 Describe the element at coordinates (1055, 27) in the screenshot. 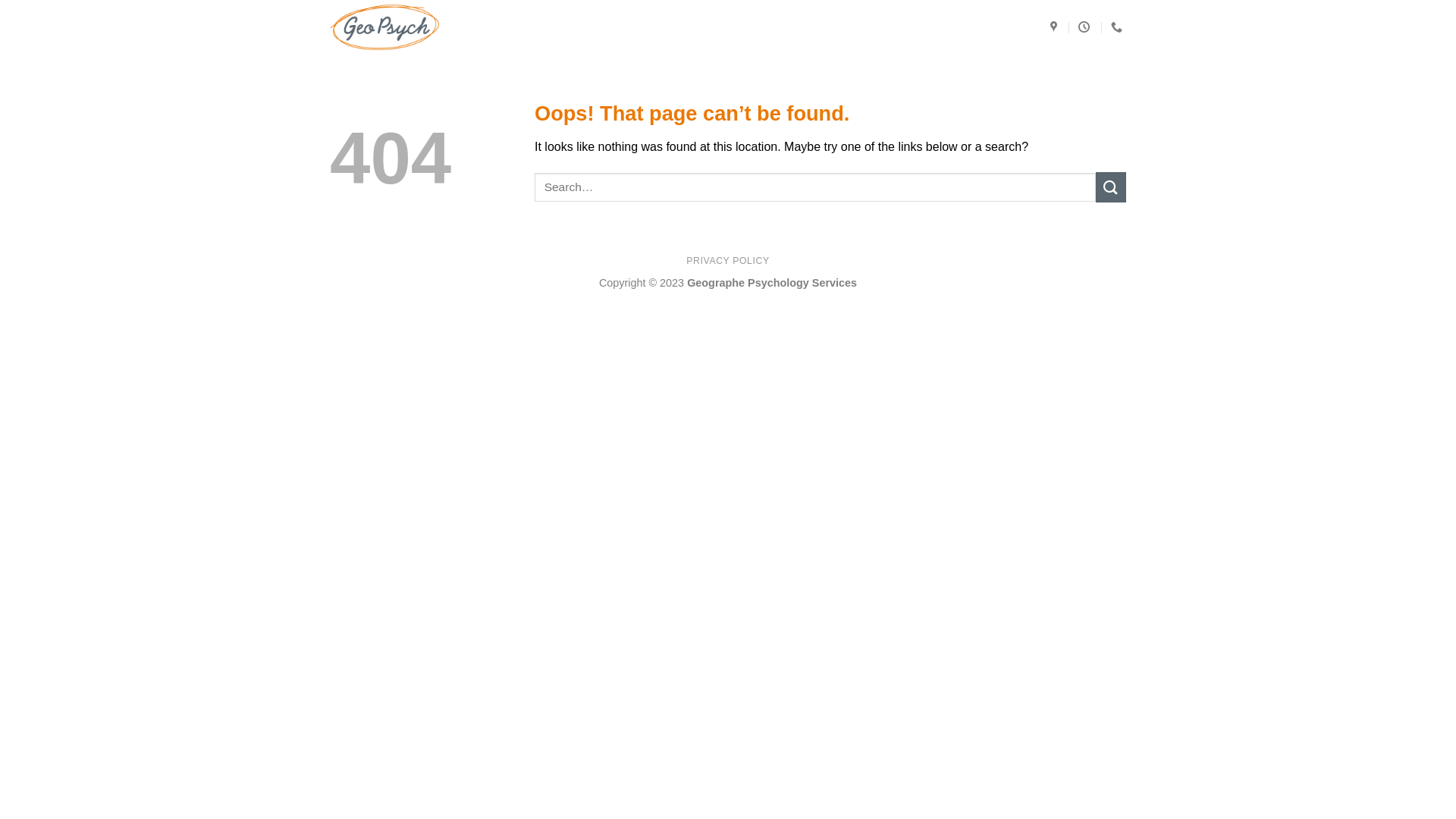

I see `'73 Bussell Highway, West Busselton WA 6280'` at that location.